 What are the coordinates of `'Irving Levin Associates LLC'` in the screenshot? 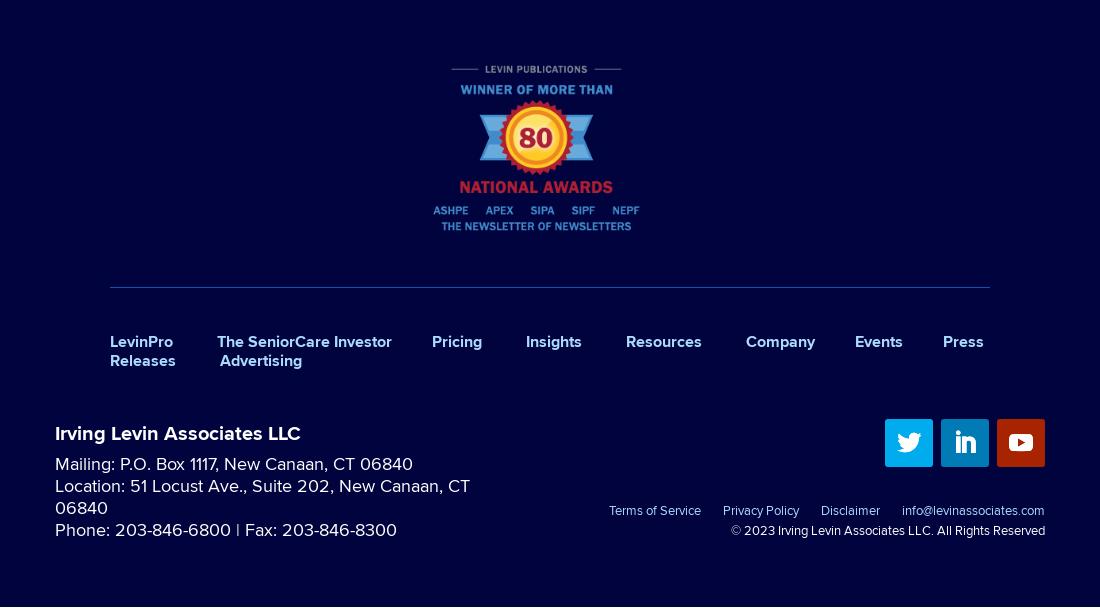 It's located at (176, 430).